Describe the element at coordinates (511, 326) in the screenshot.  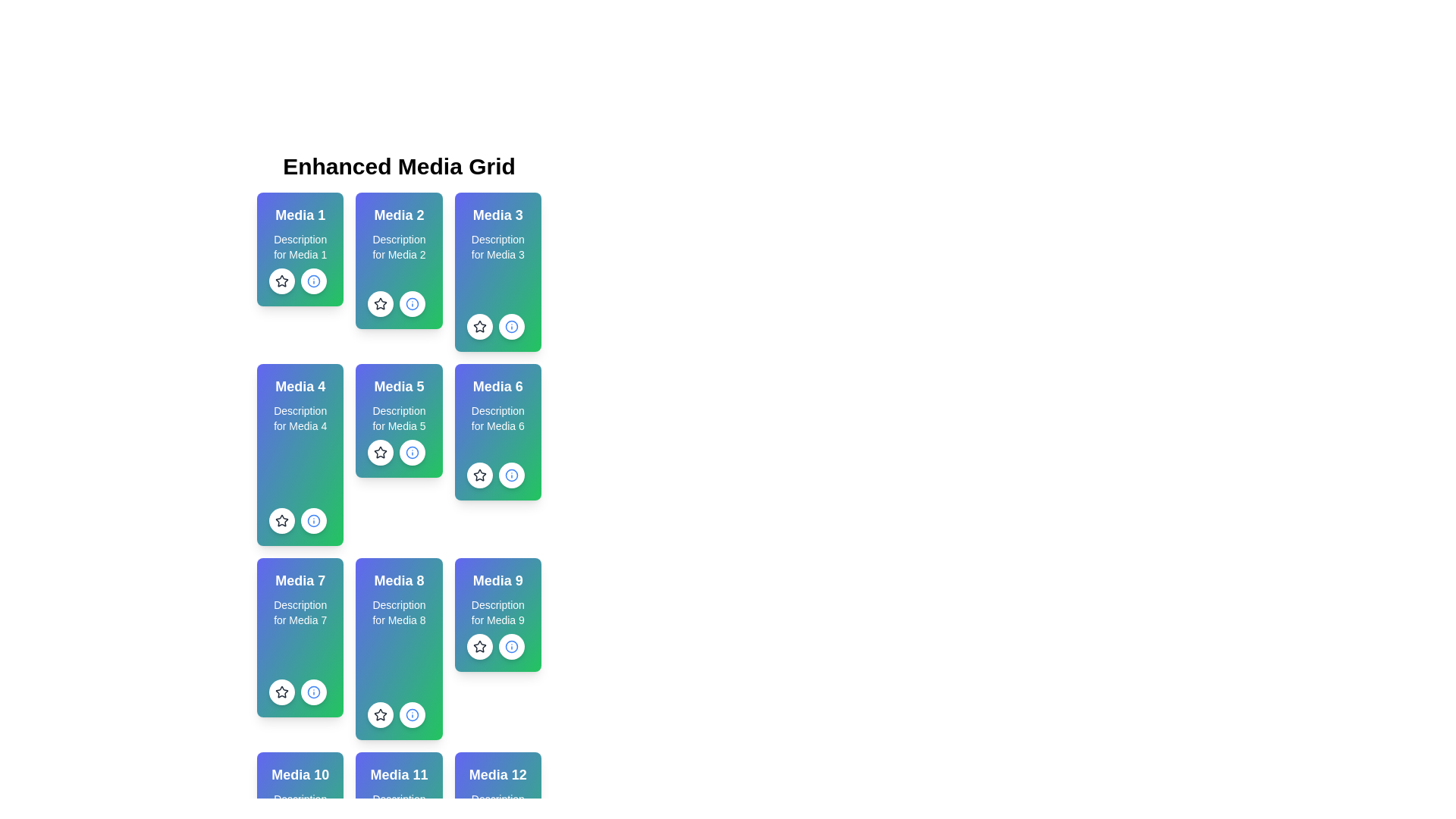
I see `the blue circular 'info' icon located at the bottom right corner of the 'Media 3' tile in the media grid` at that location.